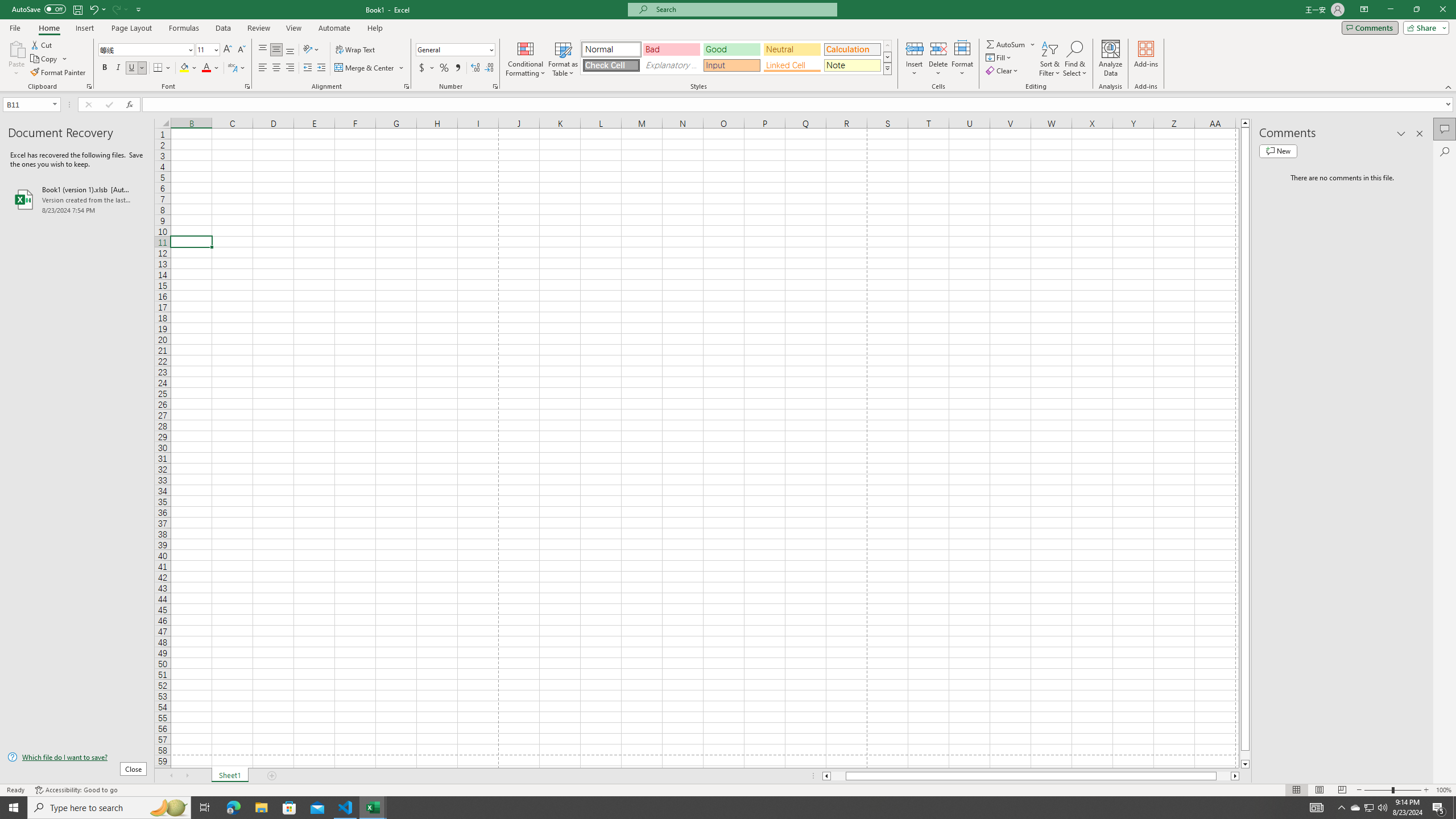  I want to click on 'Align Left', so click(262, 67).